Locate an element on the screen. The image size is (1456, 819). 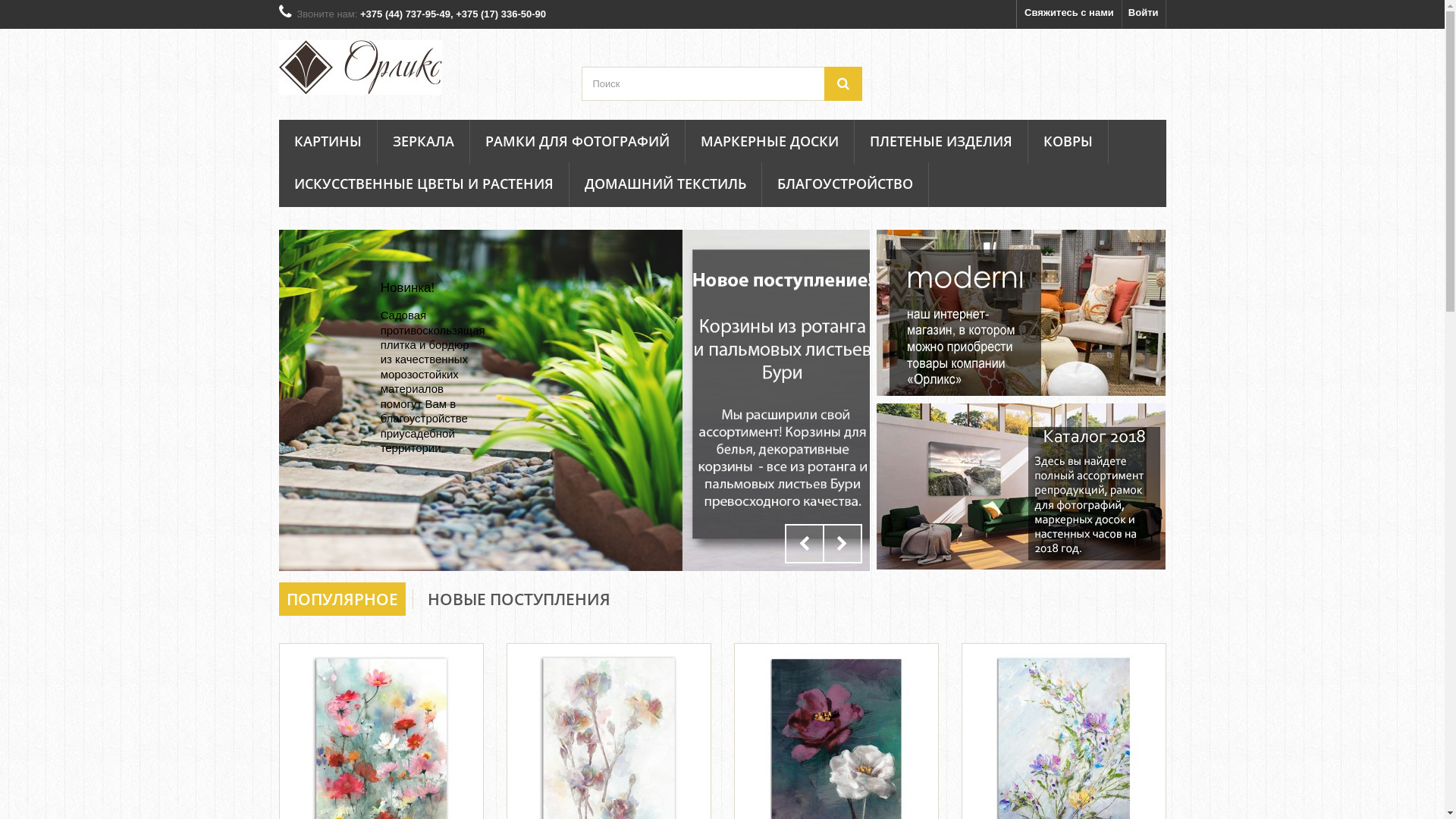
'Prev' is located at coordinates (783, 543).